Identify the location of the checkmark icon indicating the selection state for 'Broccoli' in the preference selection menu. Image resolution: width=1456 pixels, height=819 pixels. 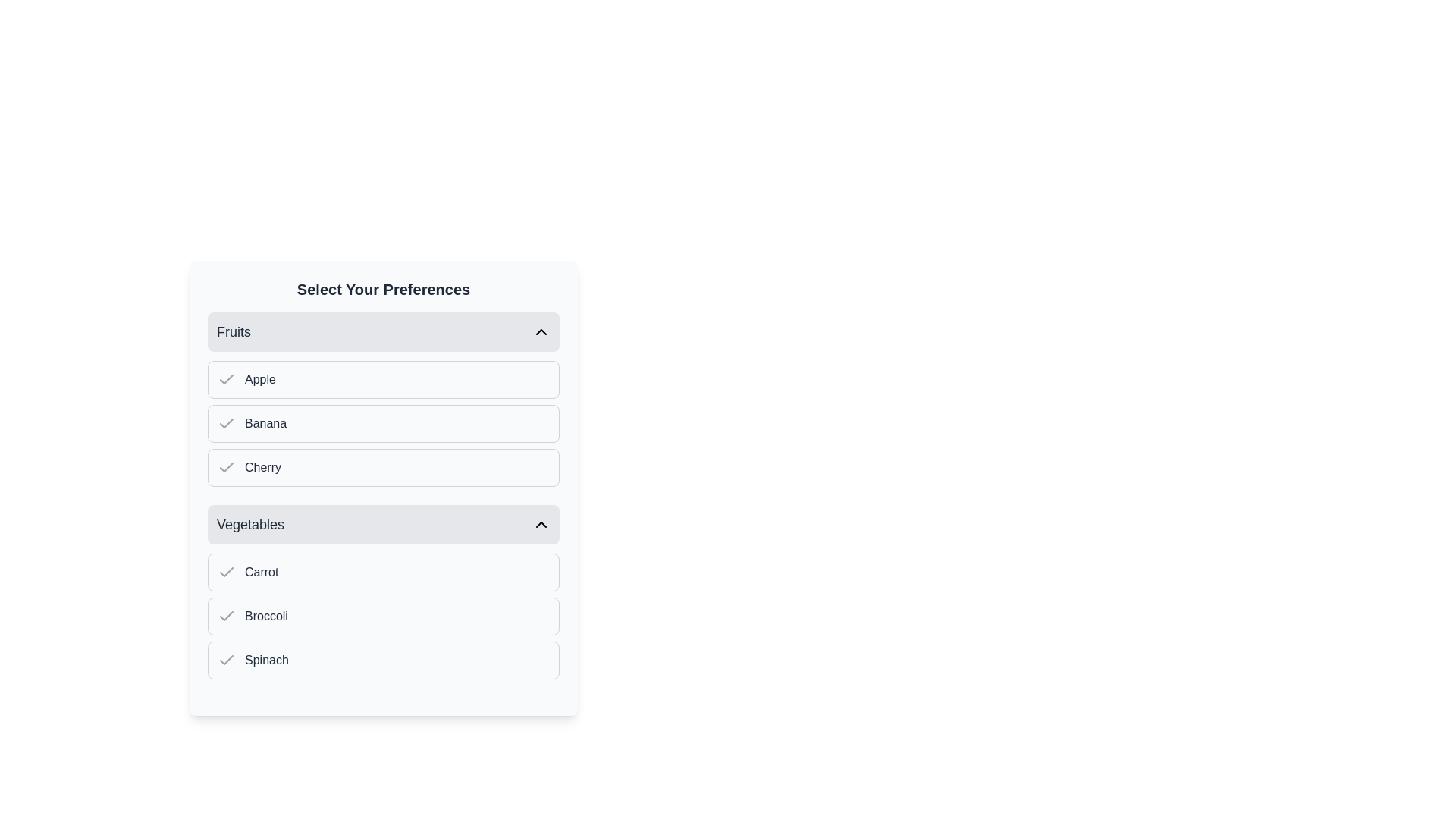
(225, 616).